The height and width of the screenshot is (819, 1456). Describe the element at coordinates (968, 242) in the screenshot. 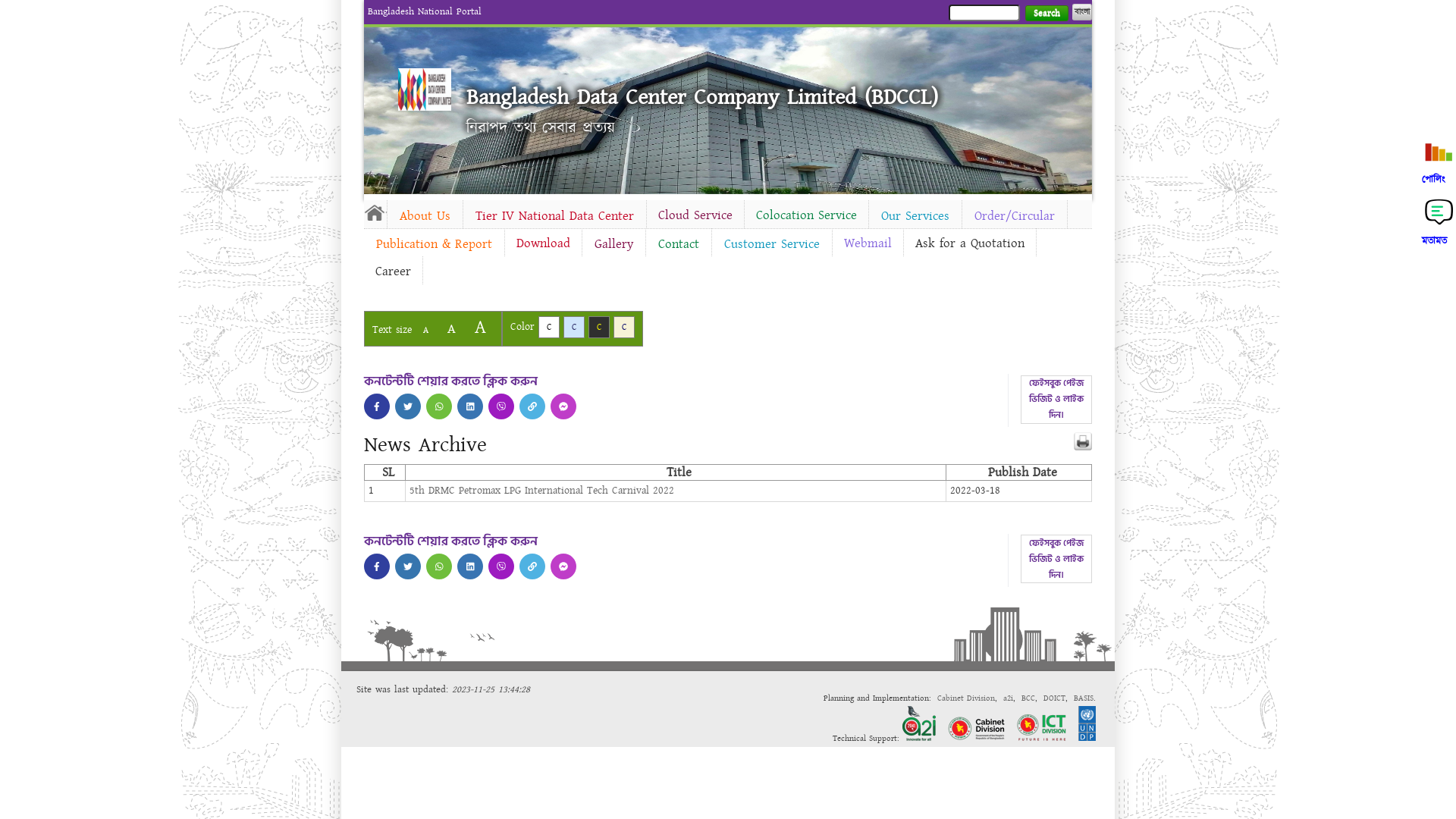

I see `'Ask for a Quotation'` at that location.